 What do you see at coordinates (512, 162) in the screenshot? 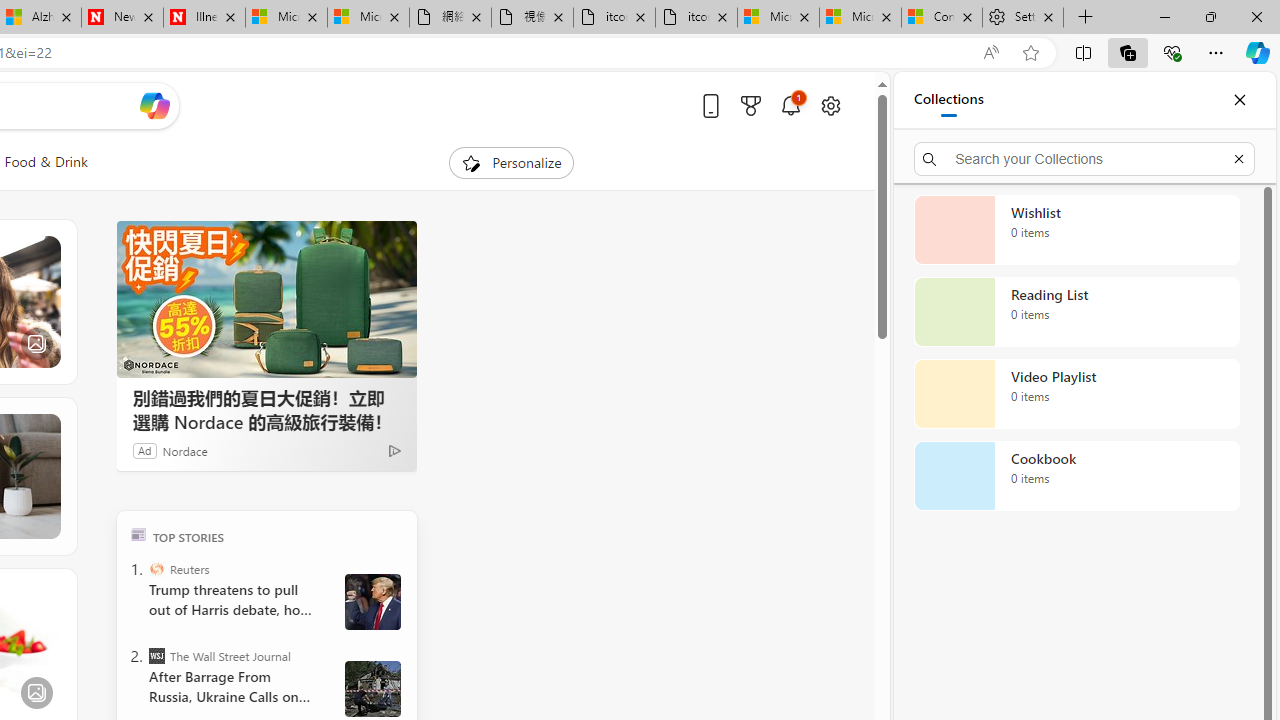
I see `'Personalize'` at bounding box center [512, 162].